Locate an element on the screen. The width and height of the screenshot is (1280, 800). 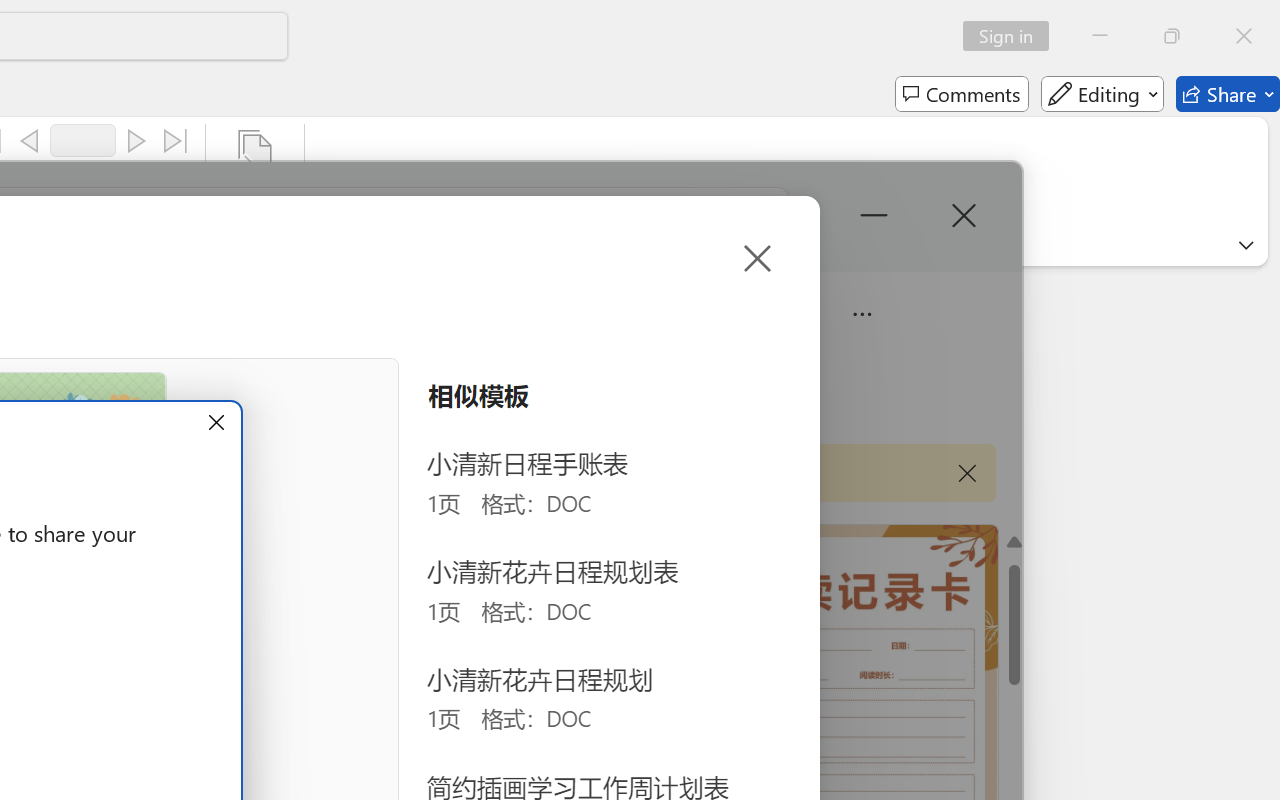
'Editing' is located at coordinates (1101, 94).